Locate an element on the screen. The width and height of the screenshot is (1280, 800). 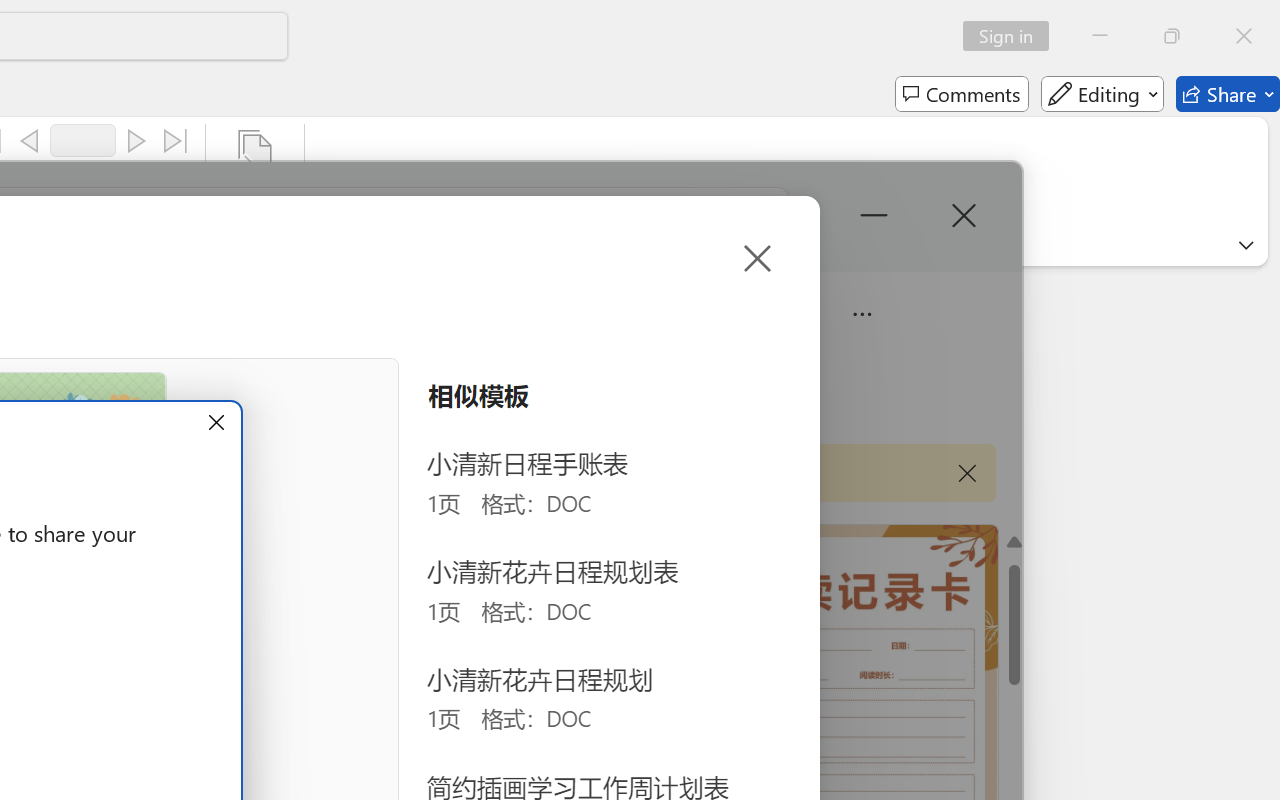
'Editing' is located at coordinates (1101, 94).